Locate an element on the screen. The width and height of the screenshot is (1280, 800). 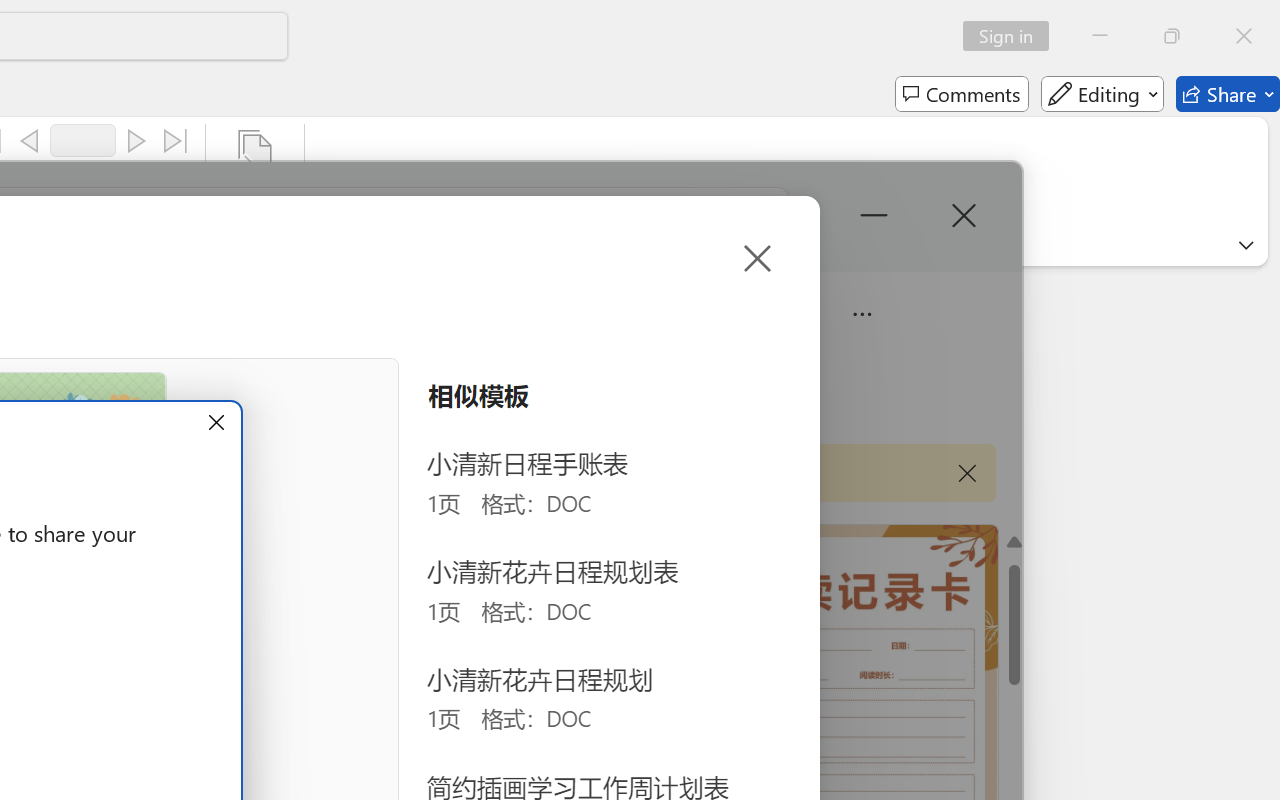
'Editing' is located at coordinates (1101, 94).